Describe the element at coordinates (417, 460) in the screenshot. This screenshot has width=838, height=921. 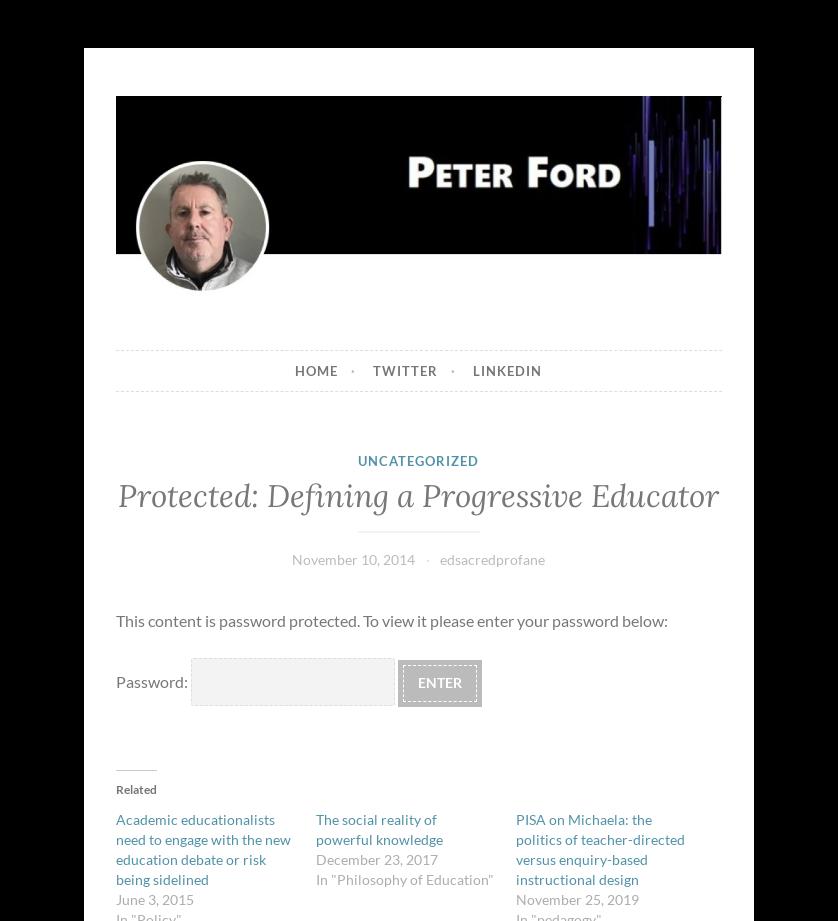
I see `'Uncategorized'` at that location.